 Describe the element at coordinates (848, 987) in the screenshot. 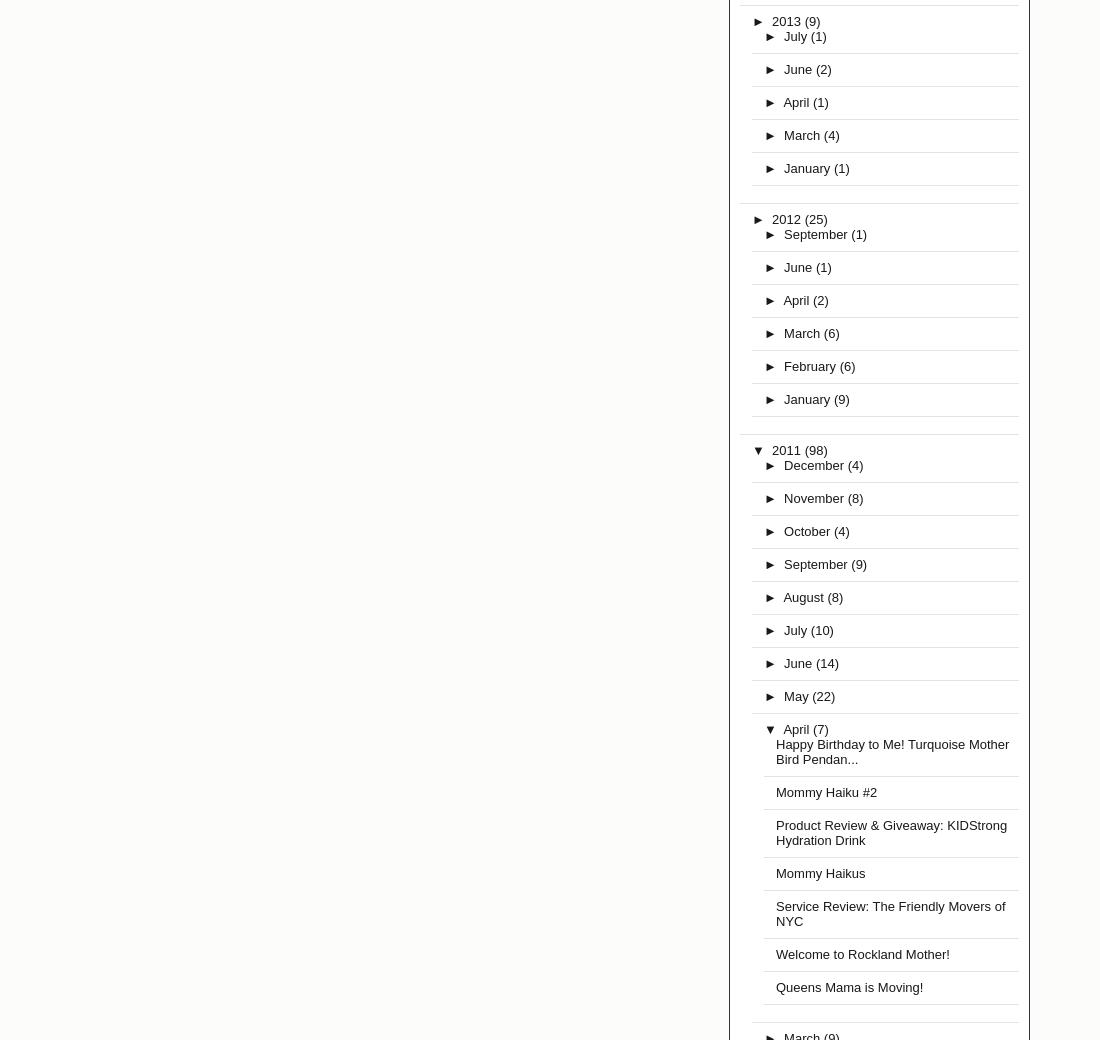

I see `'Queens Mama is Moving!'` at that location.